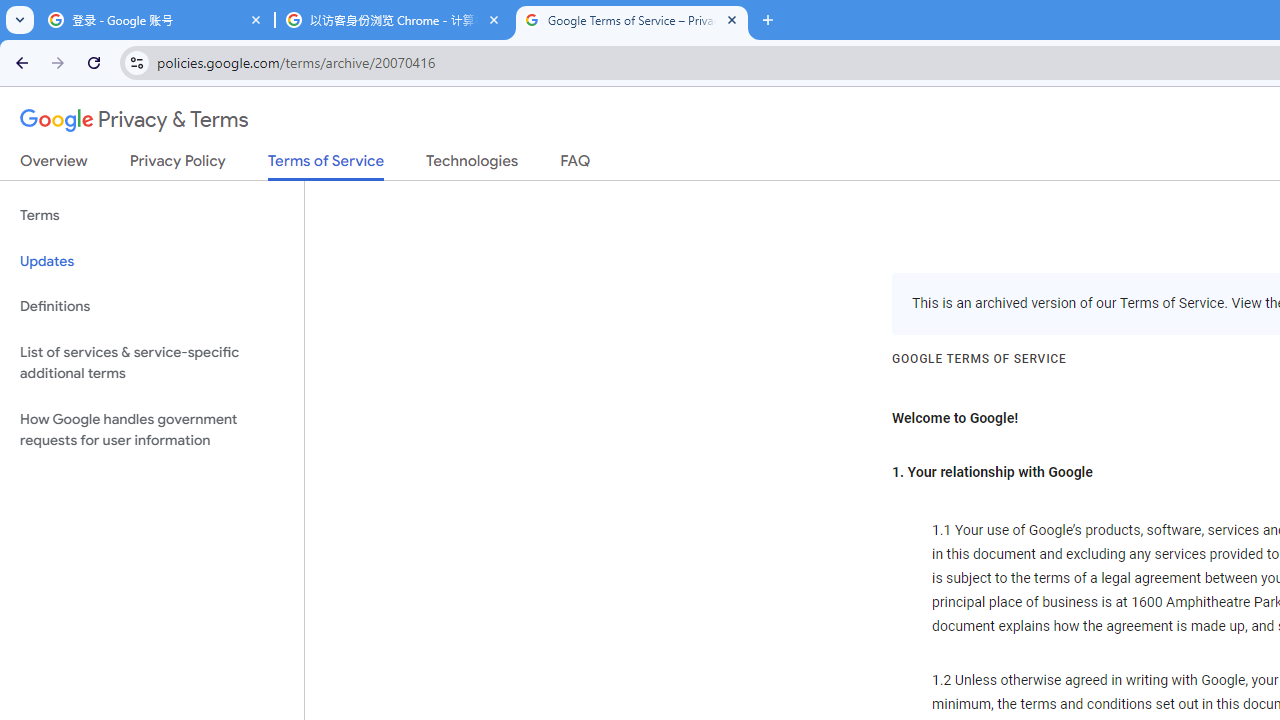  Describe the element at coordinates (151, 306) in the screenshot. I see `'Definitions'` at that location.